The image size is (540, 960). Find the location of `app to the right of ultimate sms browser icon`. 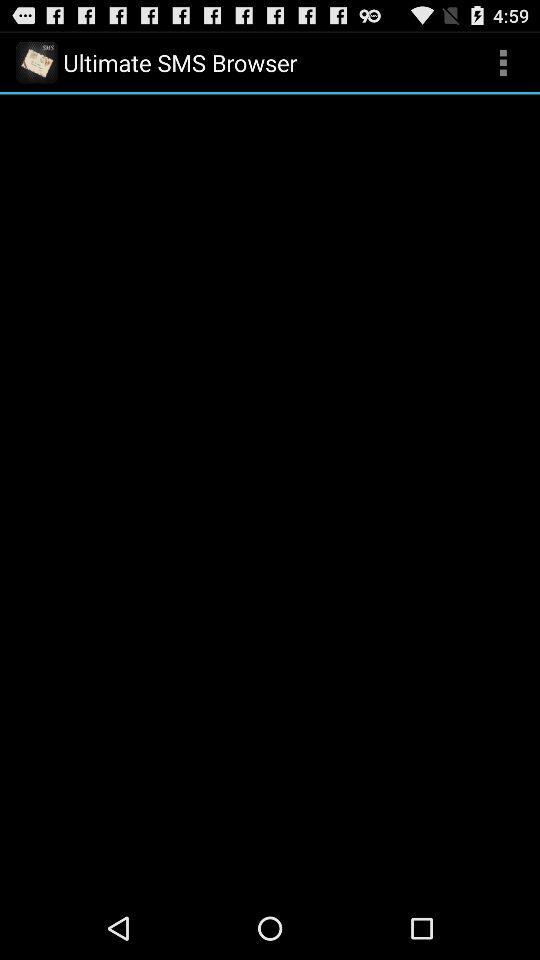

app to the right of ultimate sms browser icon is located at coordinates (502, 62).